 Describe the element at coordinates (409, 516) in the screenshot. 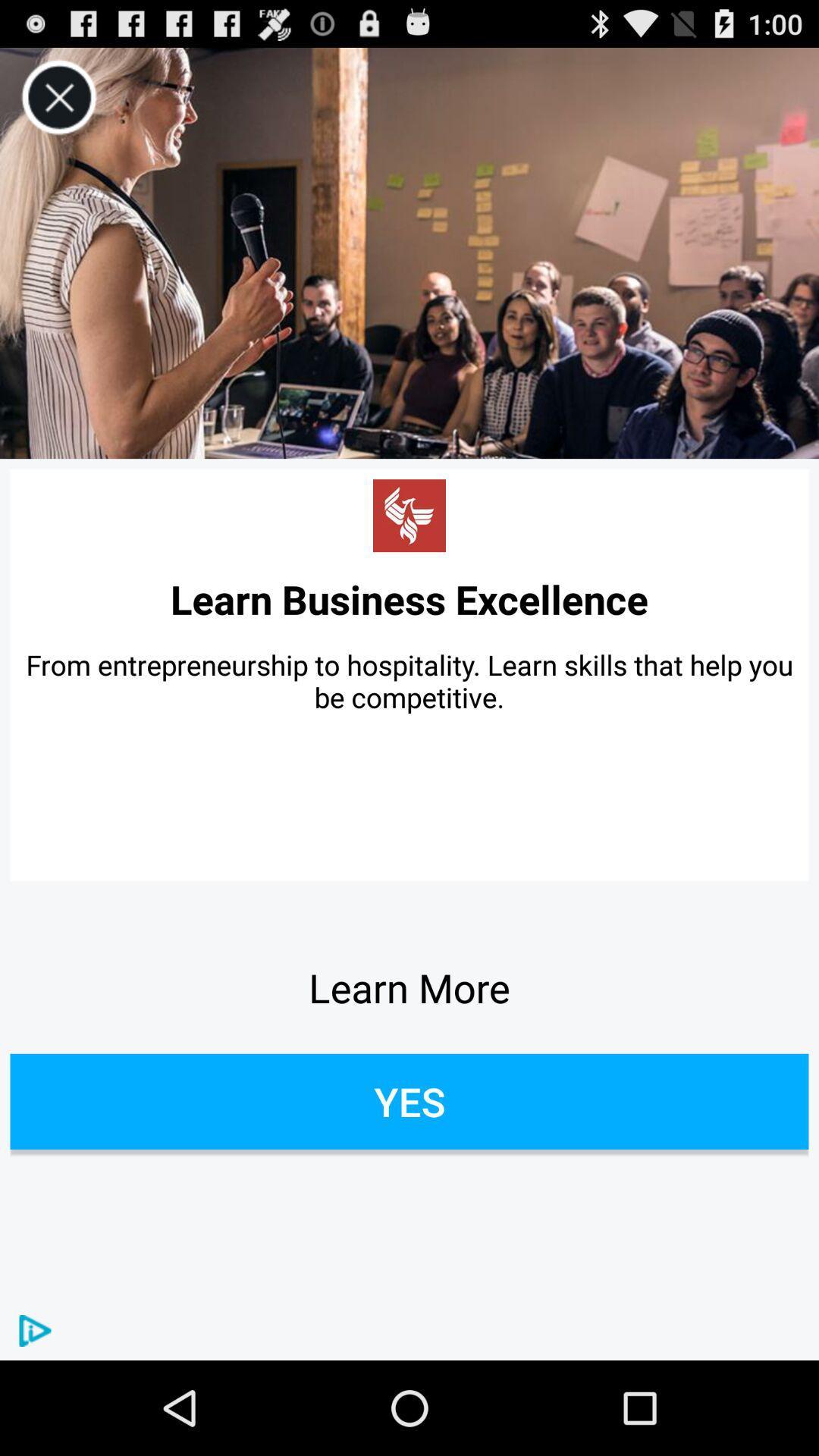

I see `icon above learn business excellence app` at that location.